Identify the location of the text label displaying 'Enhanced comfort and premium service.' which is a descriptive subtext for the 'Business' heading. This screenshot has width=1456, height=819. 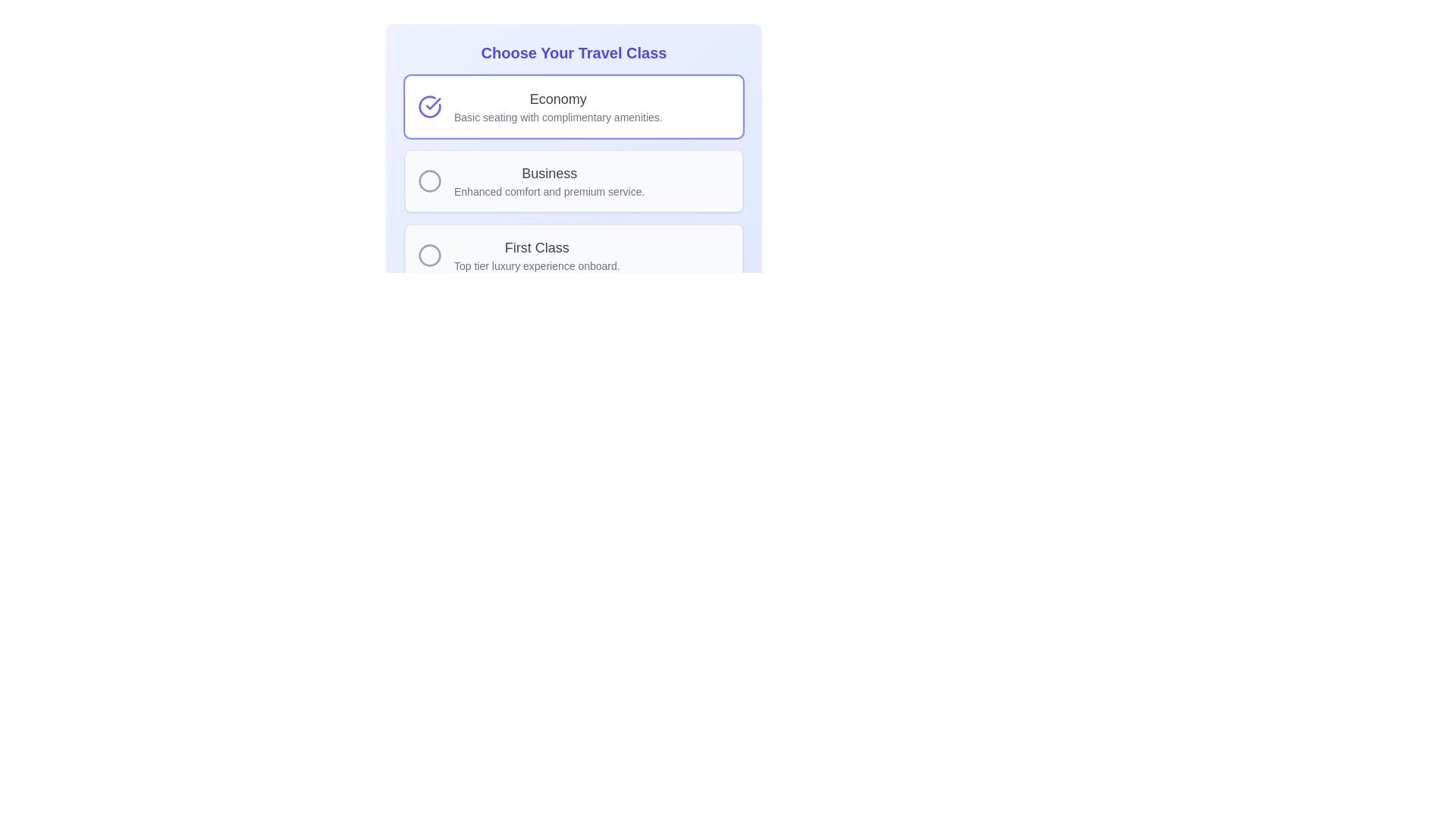
(548, 191).